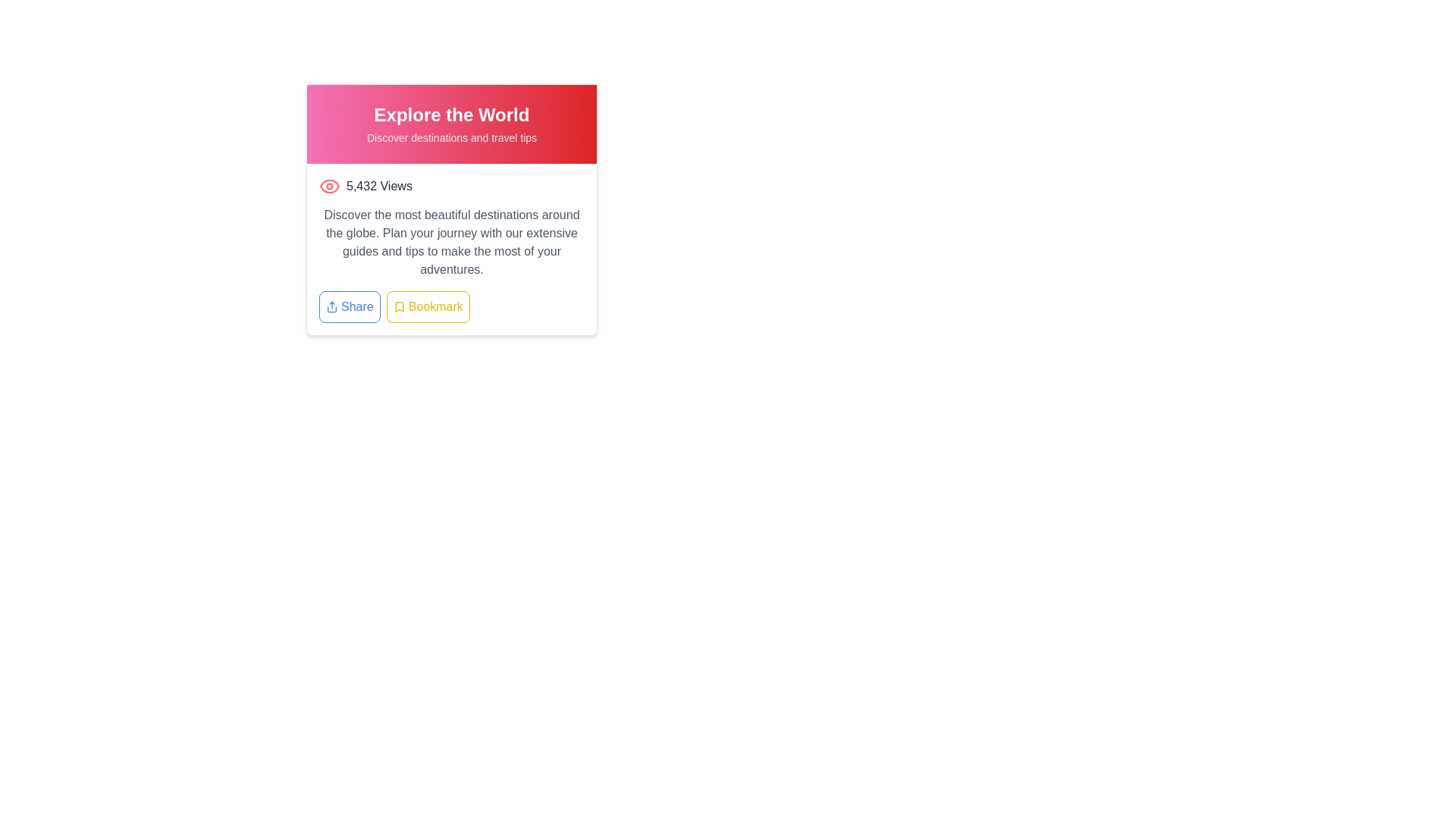 The image size is (1456, 819). Describe the element at coordinates (331, 307) in the screenshot. I see `the small, blue, upward-facing arrow icon located to the left of the 'Share' text on the button` at that location.